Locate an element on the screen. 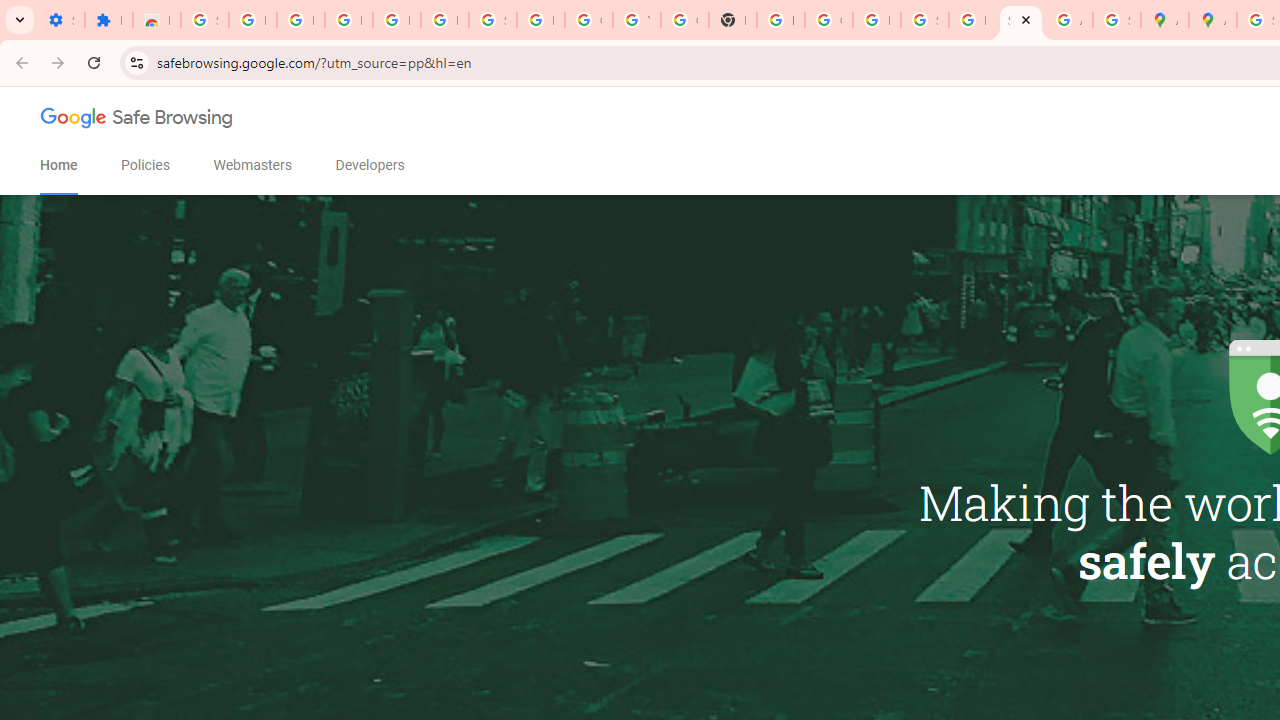 Image resolution: width=1280 pixels, height=720 pixels. 'Learn how to find your photos - Google Photos Help' is located at coordinates (396, 20).